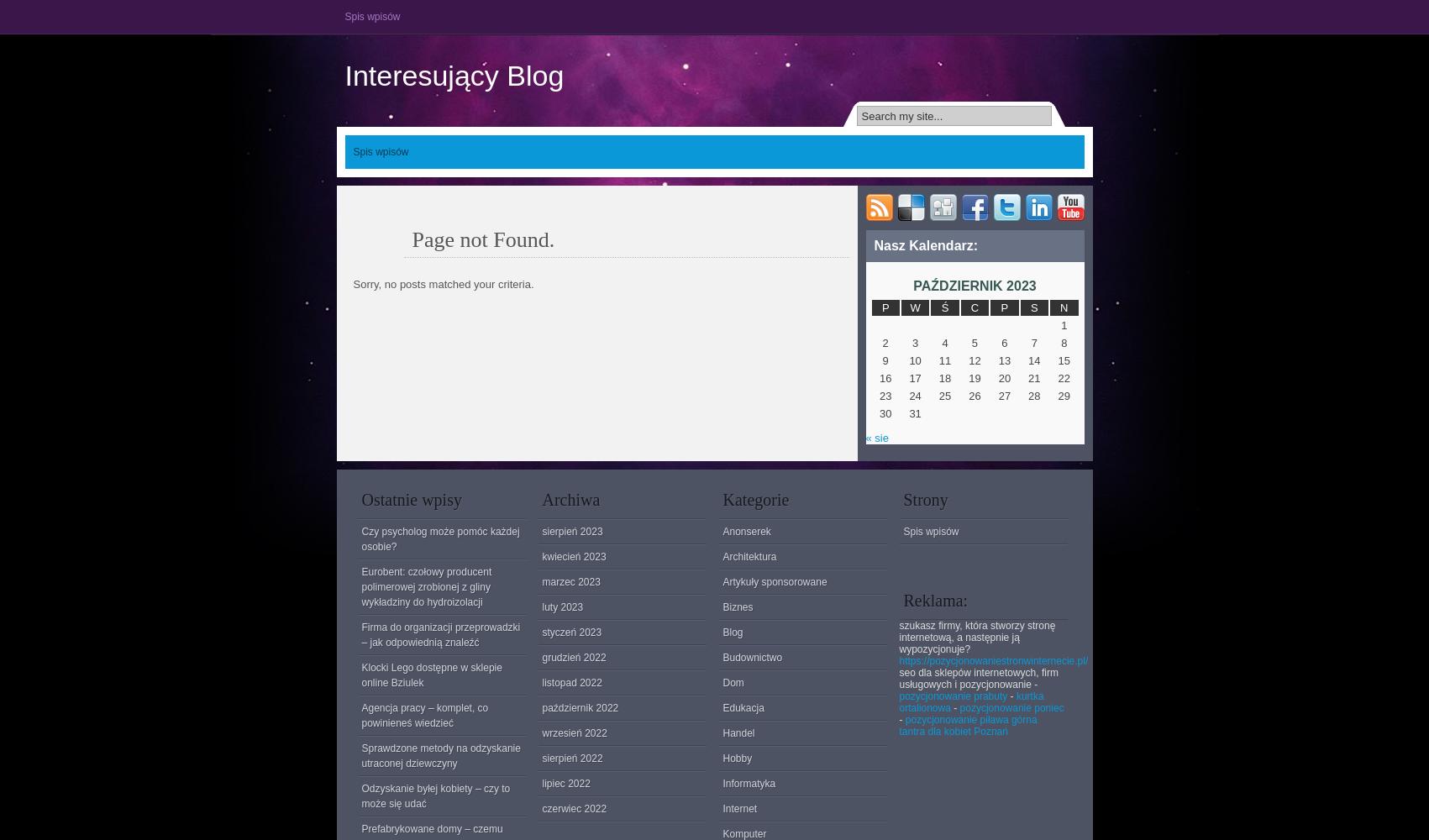  Describe the element at coordinates (925, 245) in the screenshot. I see `'Nasz Kalendarz:'` at that location.